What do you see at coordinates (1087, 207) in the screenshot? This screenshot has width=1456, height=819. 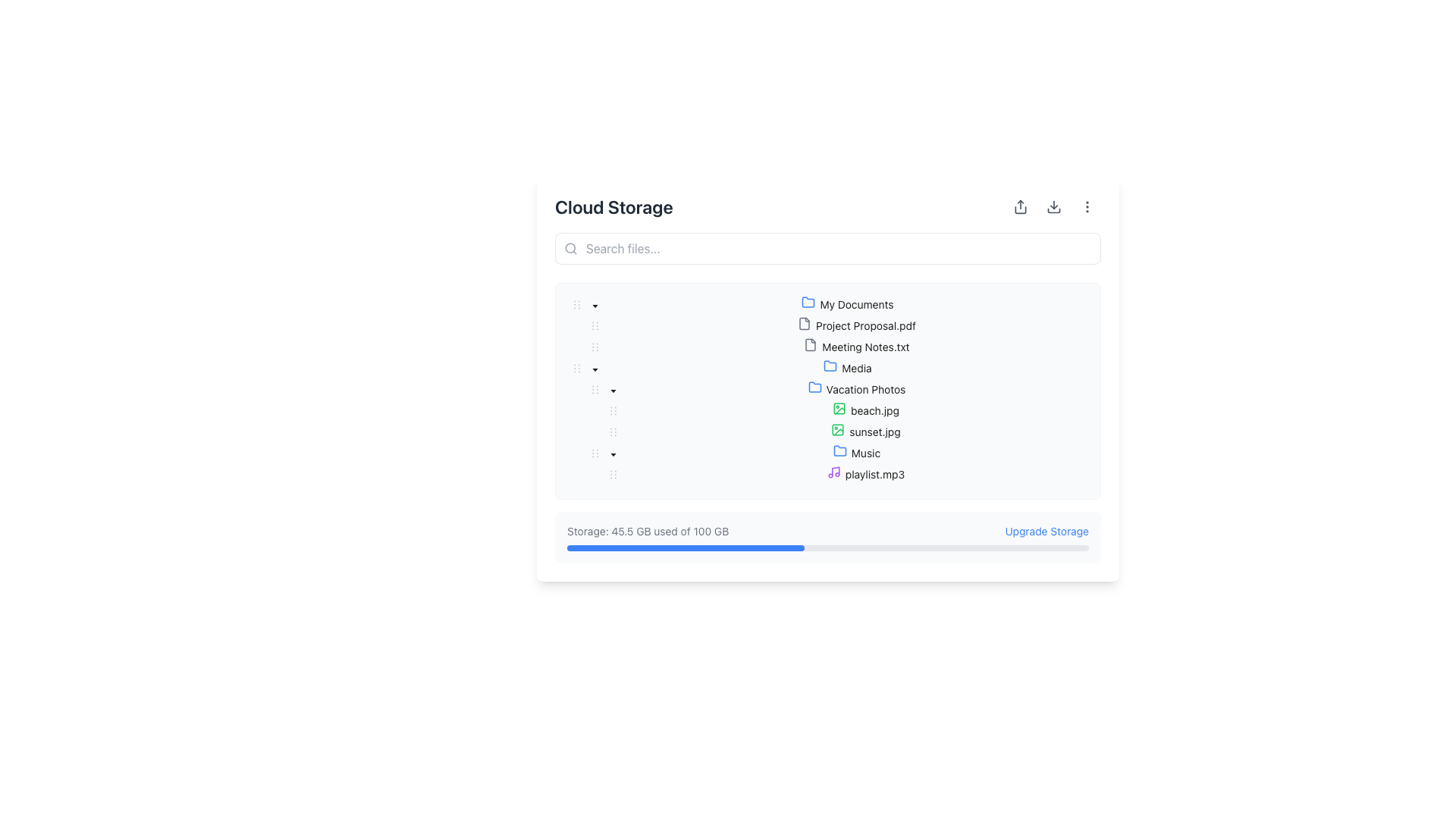 I see `the vertical ellipsis menu icon, which is represented by three vertically-aligned gray dots located in the top-right corner of the cloud storage interface` at bounding box center [1087, 207].